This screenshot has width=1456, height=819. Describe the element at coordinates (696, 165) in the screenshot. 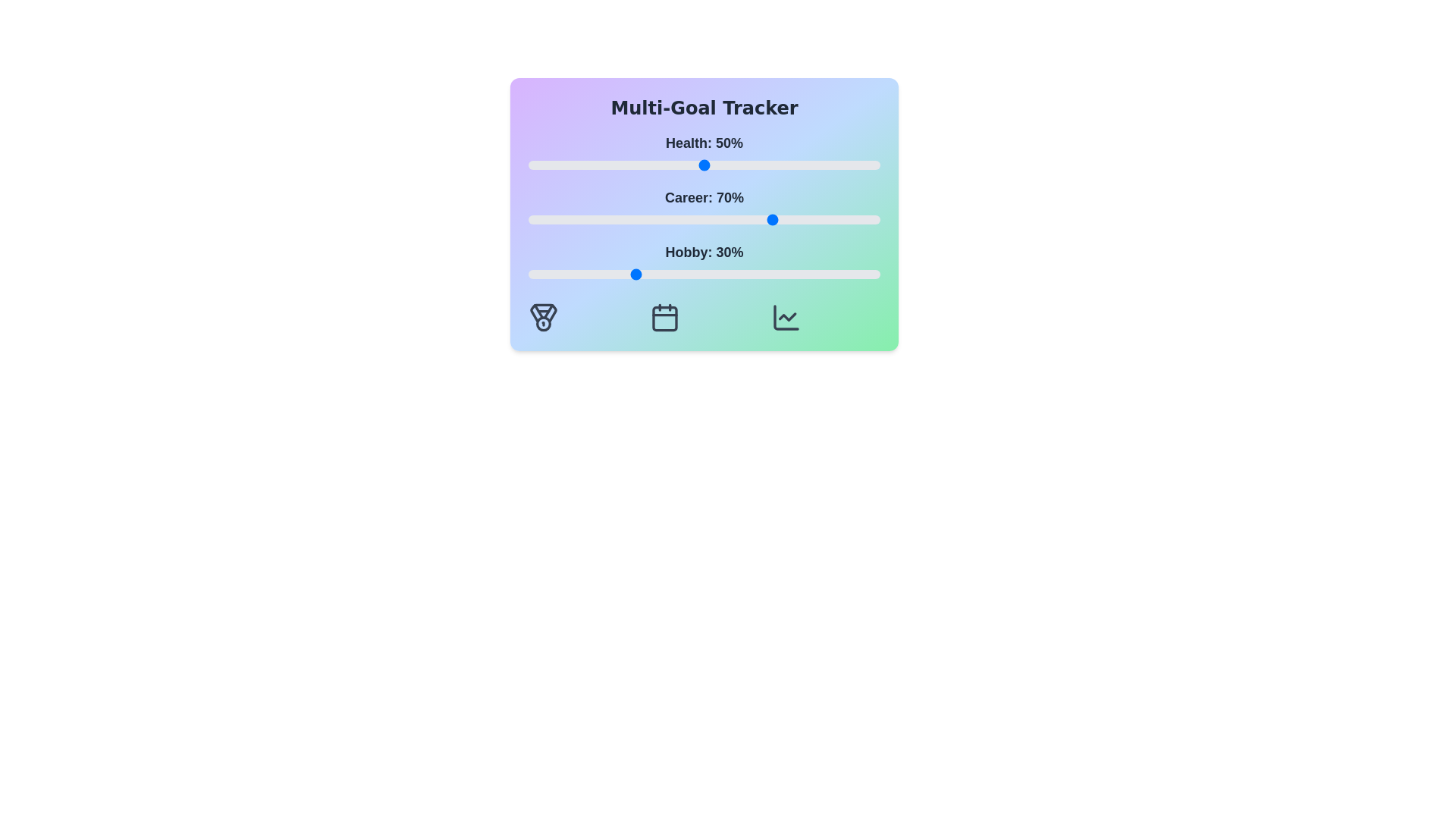

I see `the 'Health' slider to 48%` at that location.